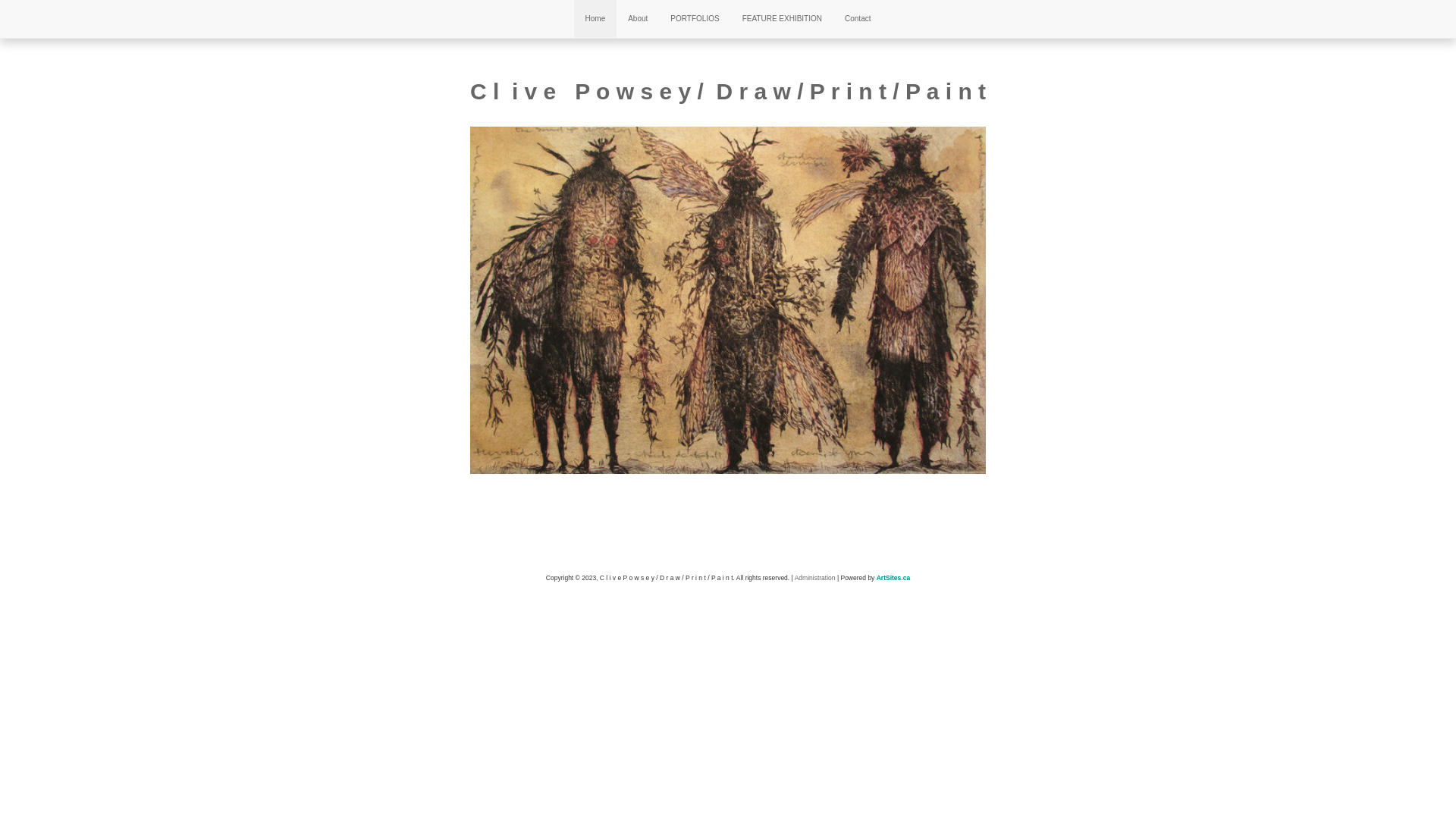 The image size is (1456, 819). I want to click on 'Home', so click(595, 18).